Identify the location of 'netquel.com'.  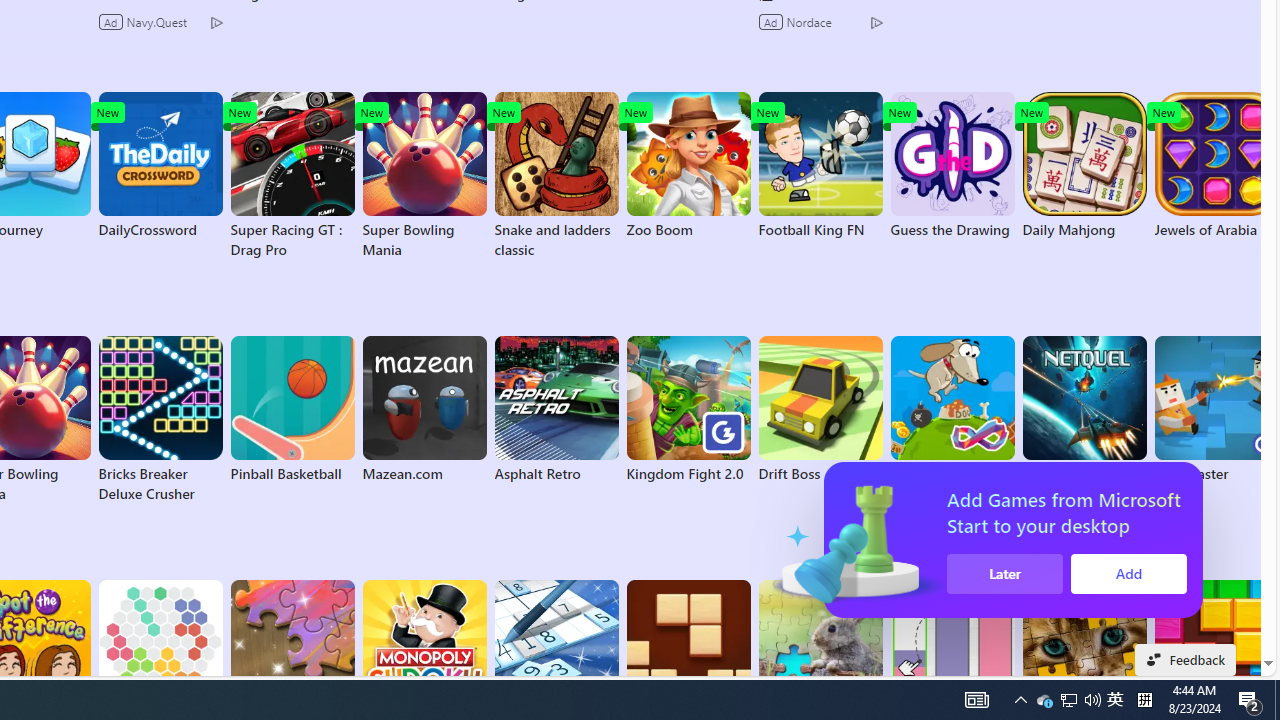
(1083, 409).